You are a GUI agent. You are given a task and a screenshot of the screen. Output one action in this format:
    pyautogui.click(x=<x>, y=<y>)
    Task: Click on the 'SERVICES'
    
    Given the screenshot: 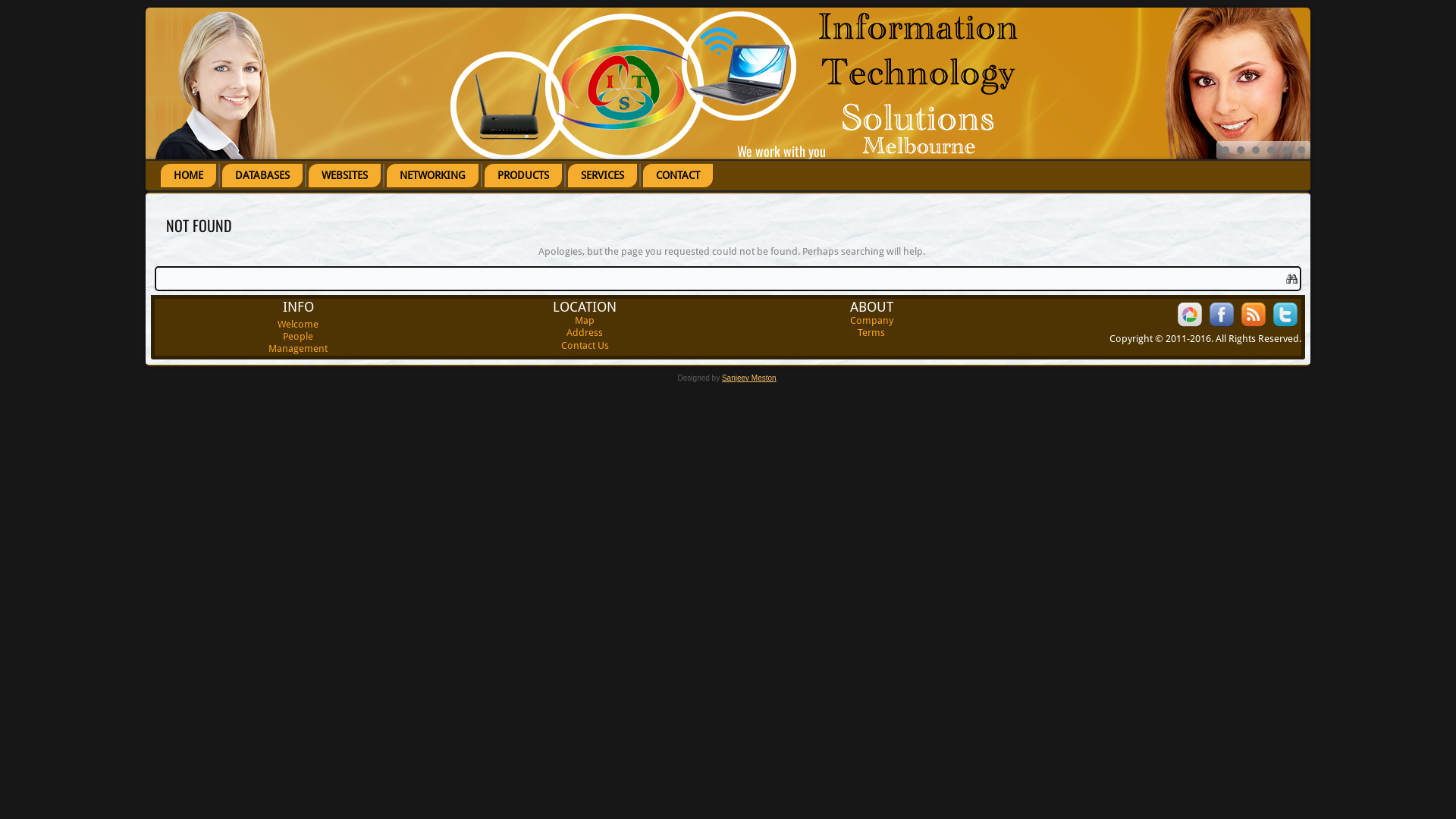 What is the action you would take?
    pyautogui.click(x=601, y=174)
    